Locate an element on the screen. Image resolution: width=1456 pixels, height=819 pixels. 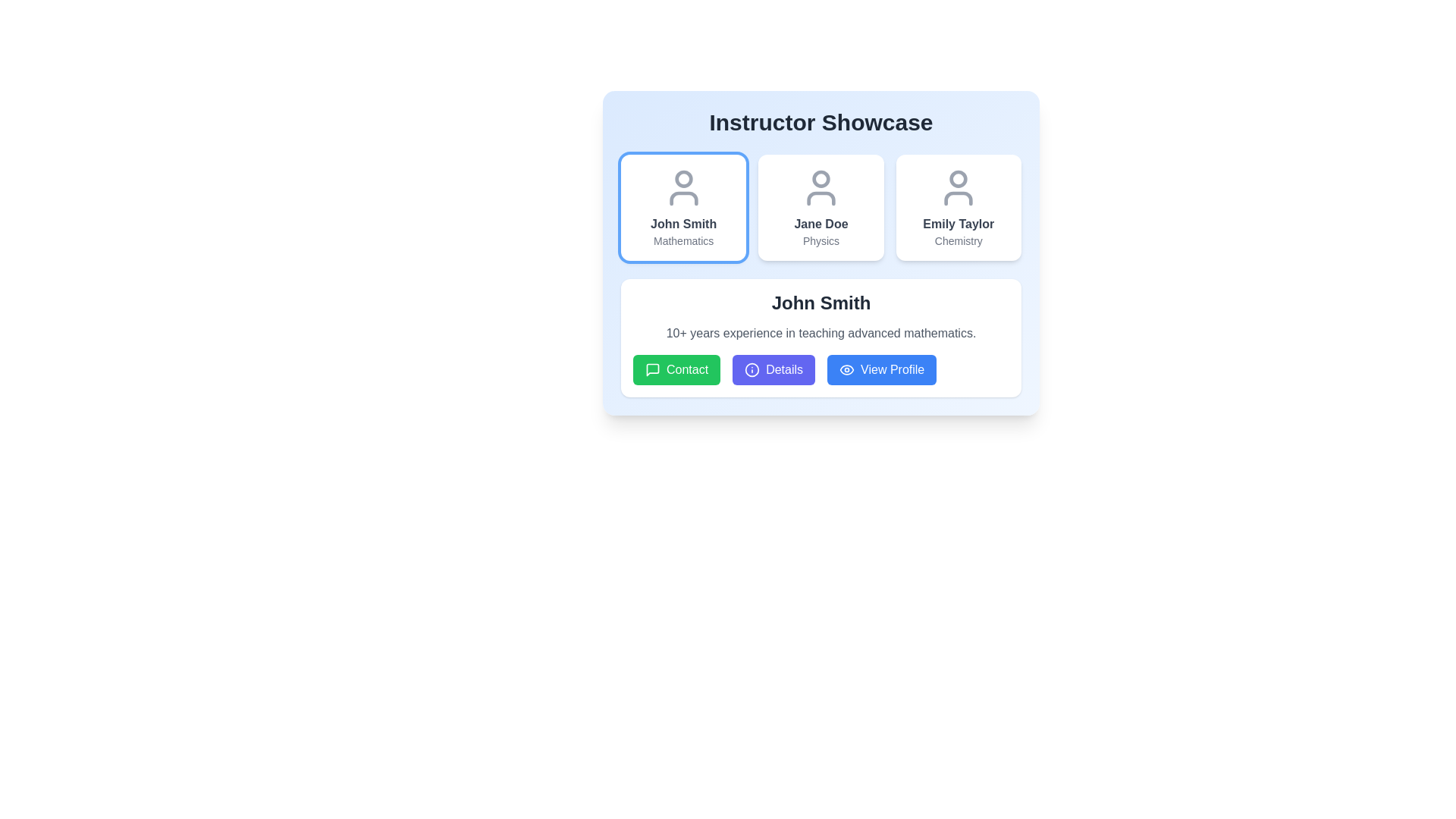
the third button located below the 'John Smith' text is located at coordinates (882, 370).